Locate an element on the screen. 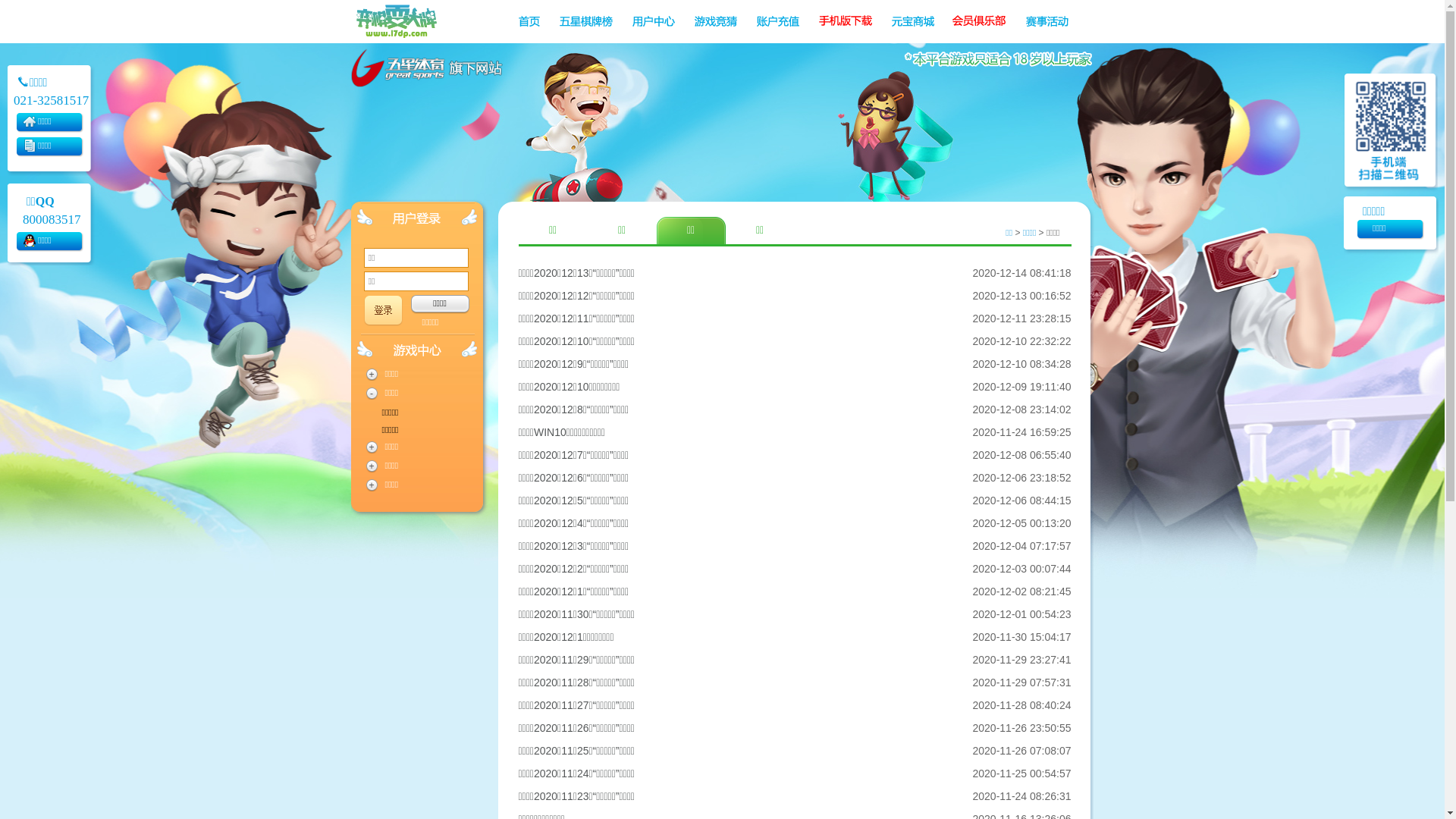 This screenshot has width=1456, height=819. '+' is located at coordinates (371, 374).